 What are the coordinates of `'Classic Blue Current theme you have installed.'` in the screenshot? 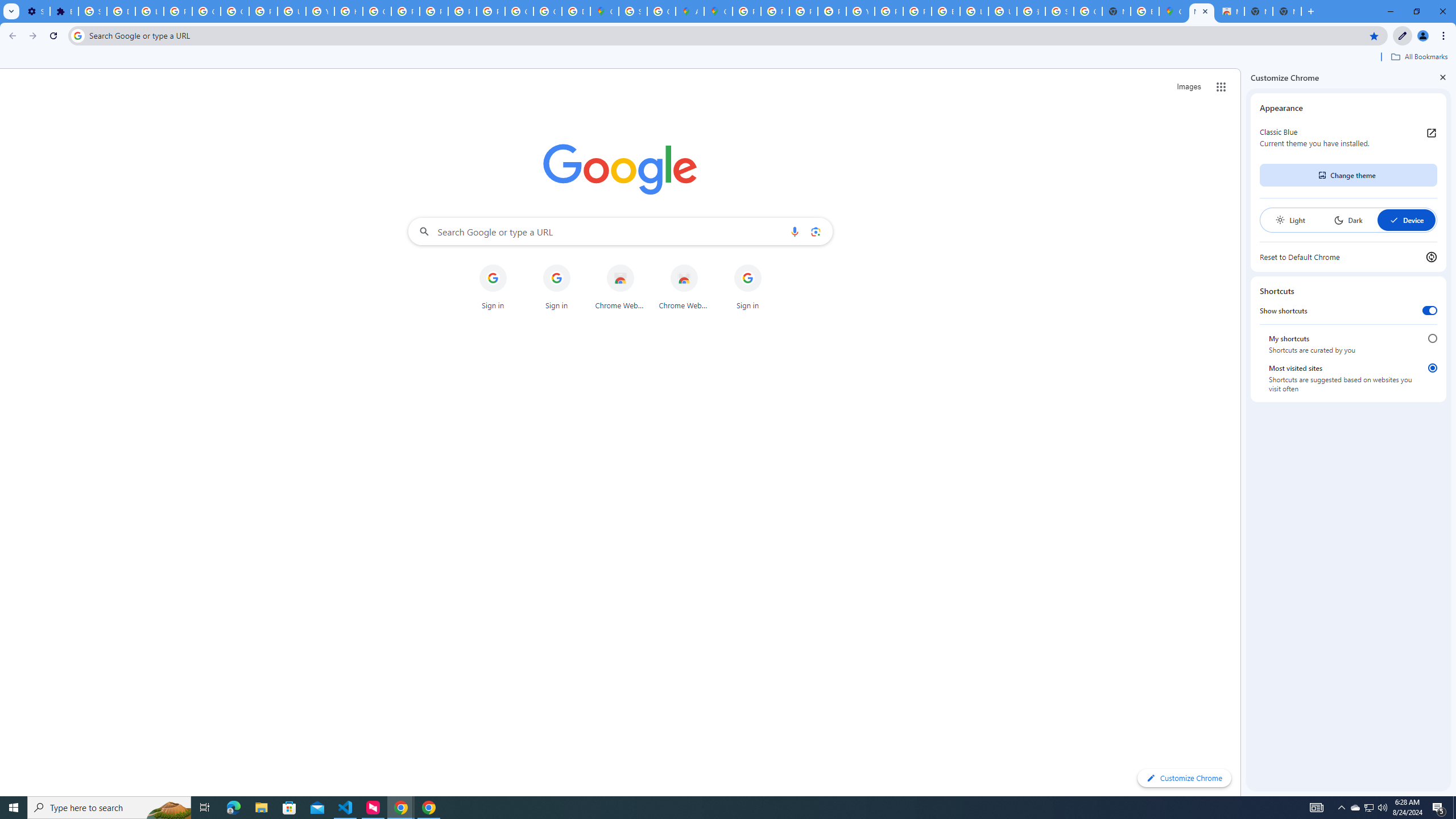 It's located at (1347, 137).